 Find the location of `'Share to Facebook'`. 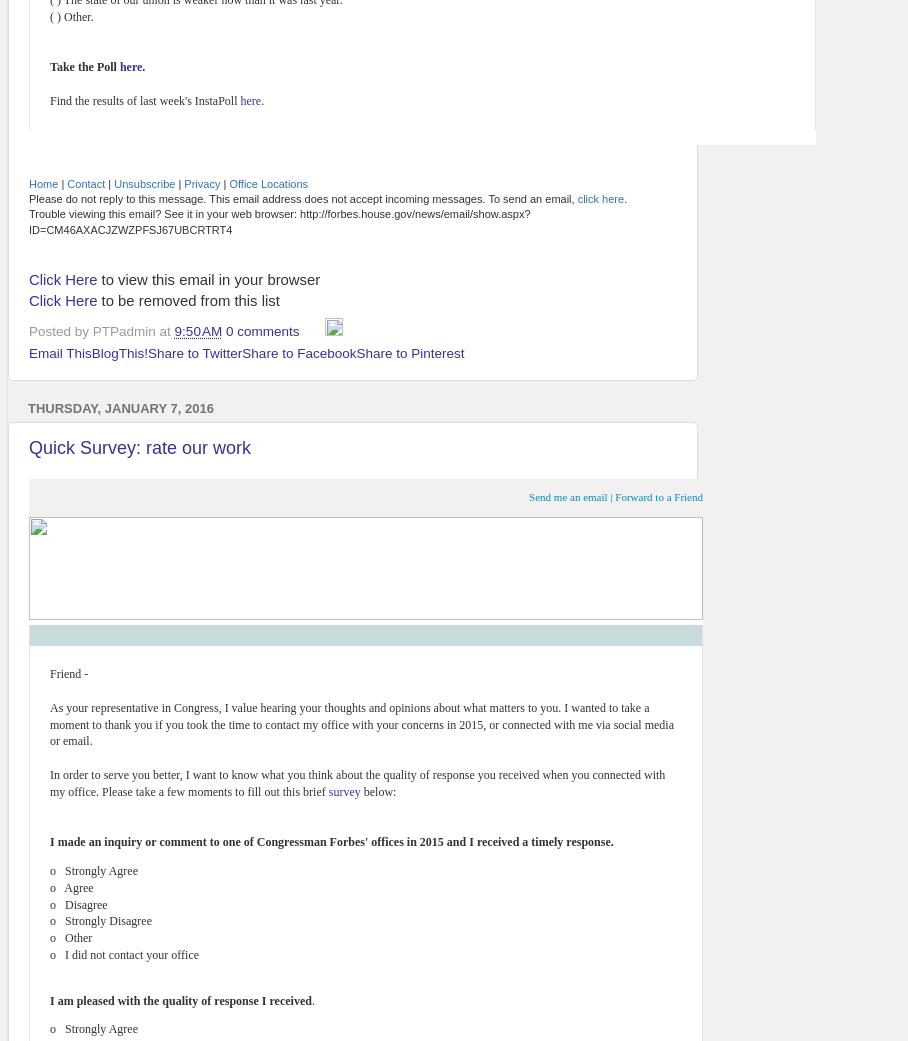

'Share to Facebook' is located at coordinates (299, 352).